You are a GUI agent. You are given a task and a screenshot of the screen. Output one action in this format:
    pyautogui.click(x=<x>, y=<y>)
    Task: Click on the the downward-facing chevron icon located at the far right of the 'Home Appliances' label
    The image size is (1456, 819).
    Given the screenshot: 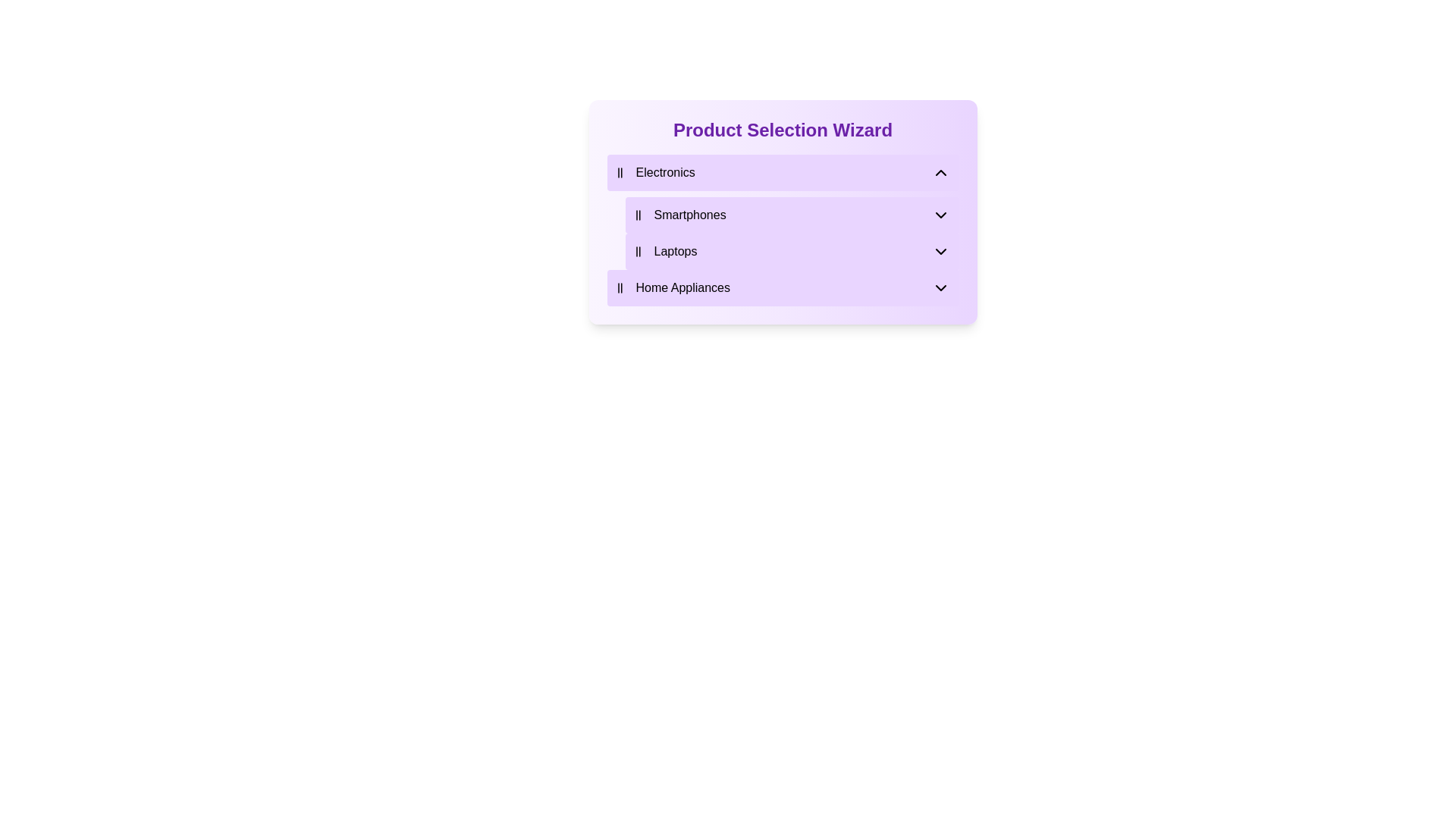 What is the action you would take?
    pyautogui.click(x=940, y=288)
    